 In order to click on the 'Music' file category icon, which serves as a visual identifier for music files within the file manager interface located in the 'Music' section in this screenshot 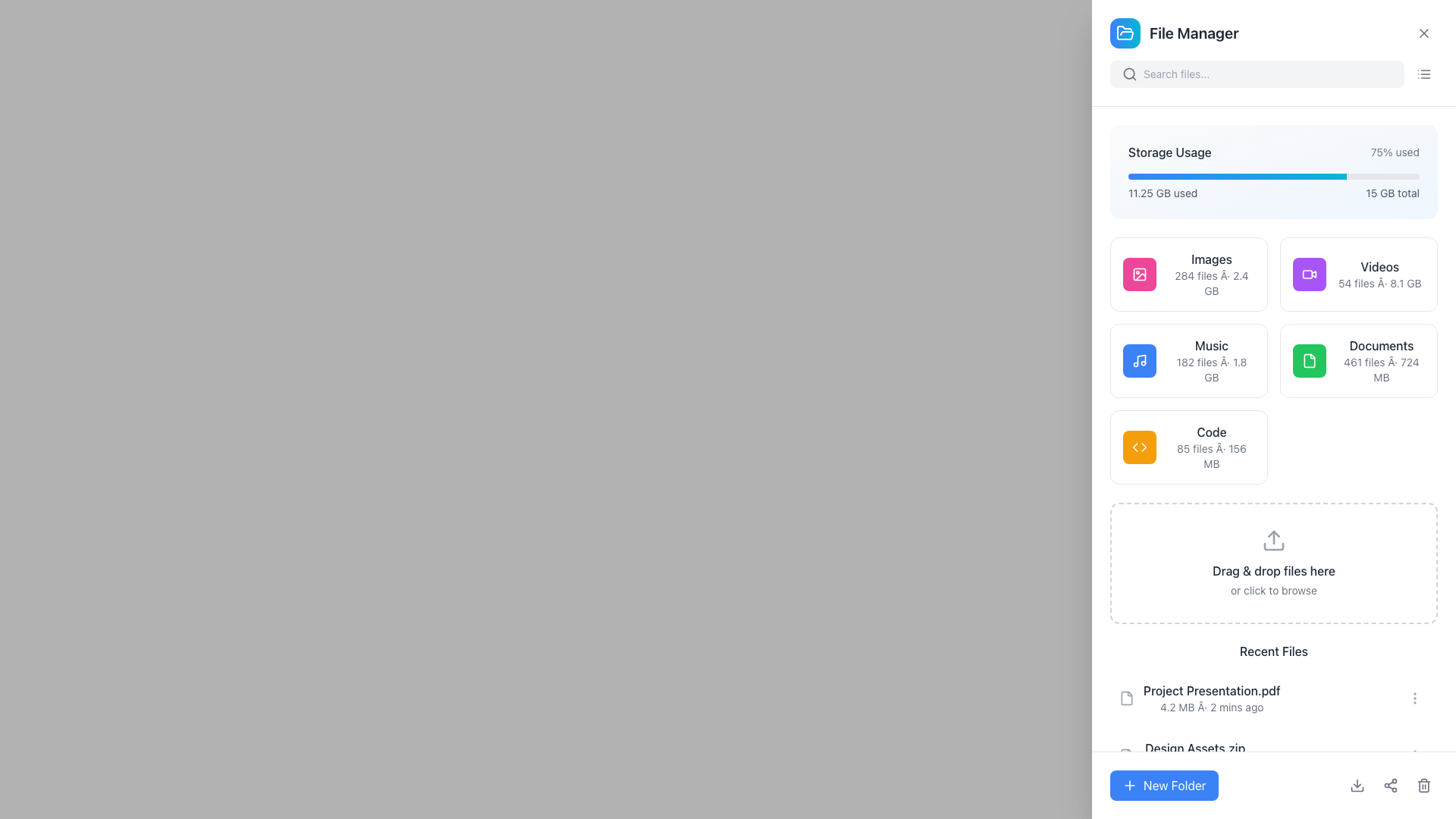, I will do `click(1139, 360)`.